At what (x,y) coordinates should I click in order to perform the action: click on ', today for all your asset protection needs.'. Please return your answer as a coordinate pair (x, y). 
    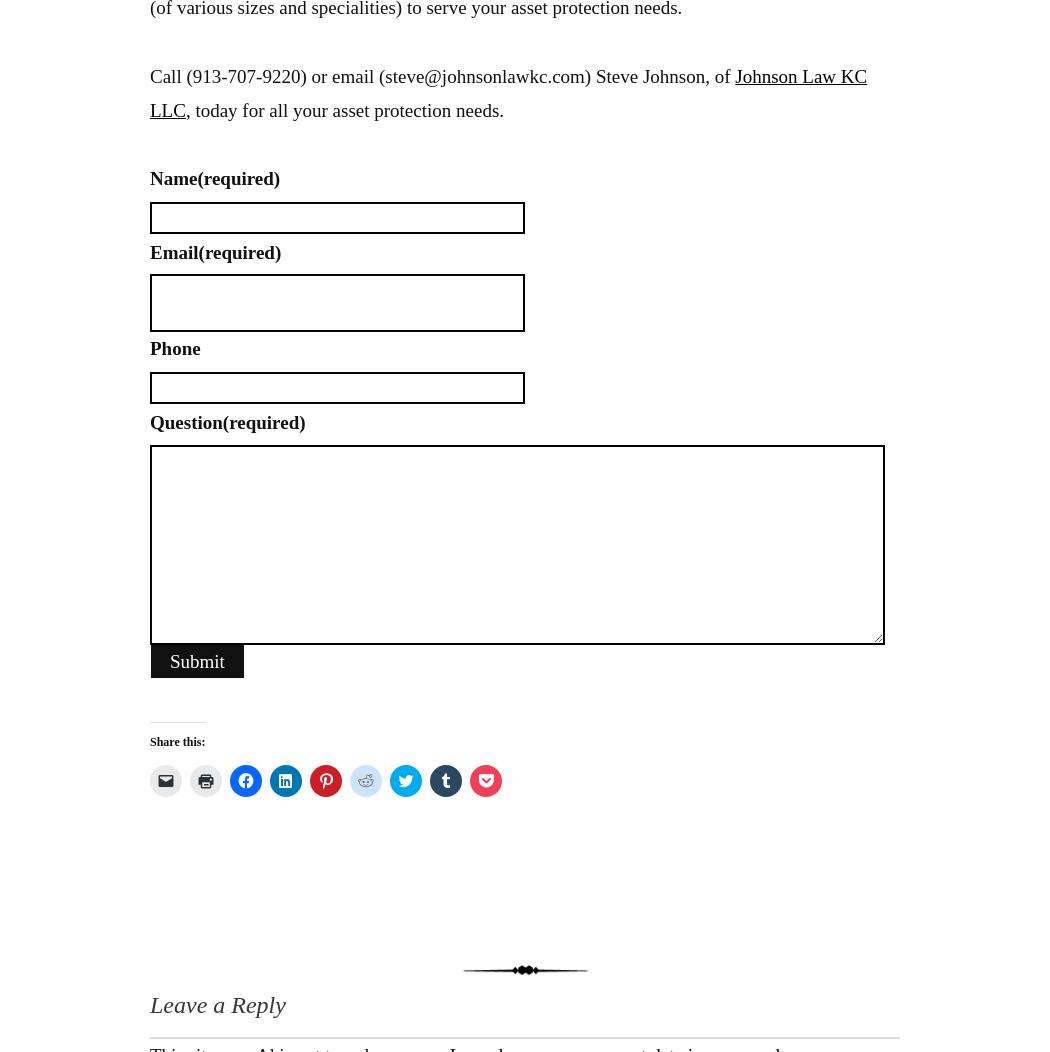
    Looking at the image, I should click on (343, 110).